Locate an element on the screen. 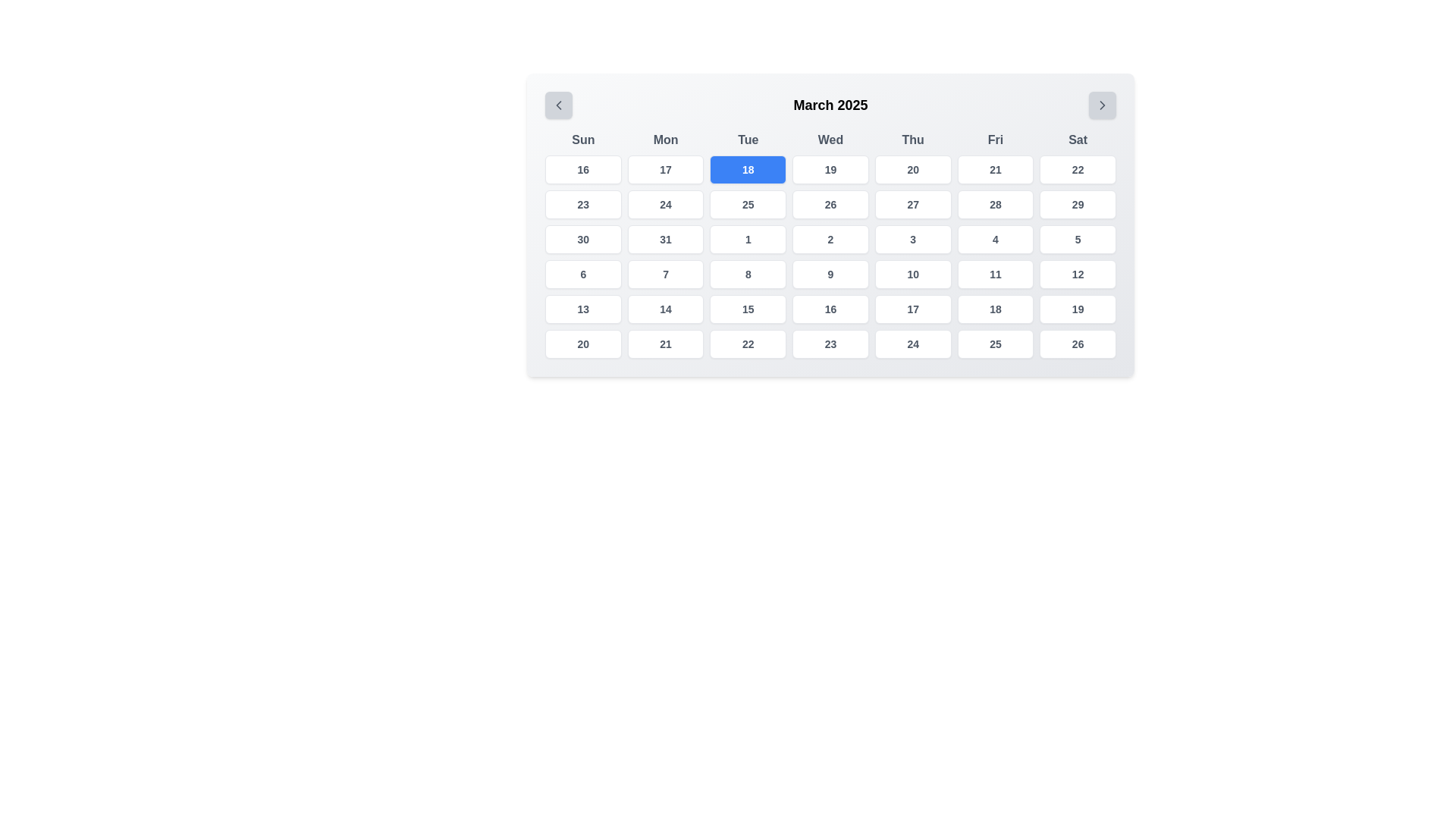 Image resolution: width=1456 pixels, height=819 pixels. the date '1' label in the sixth row and third column of the calendar is located at coordinates (748, 239).